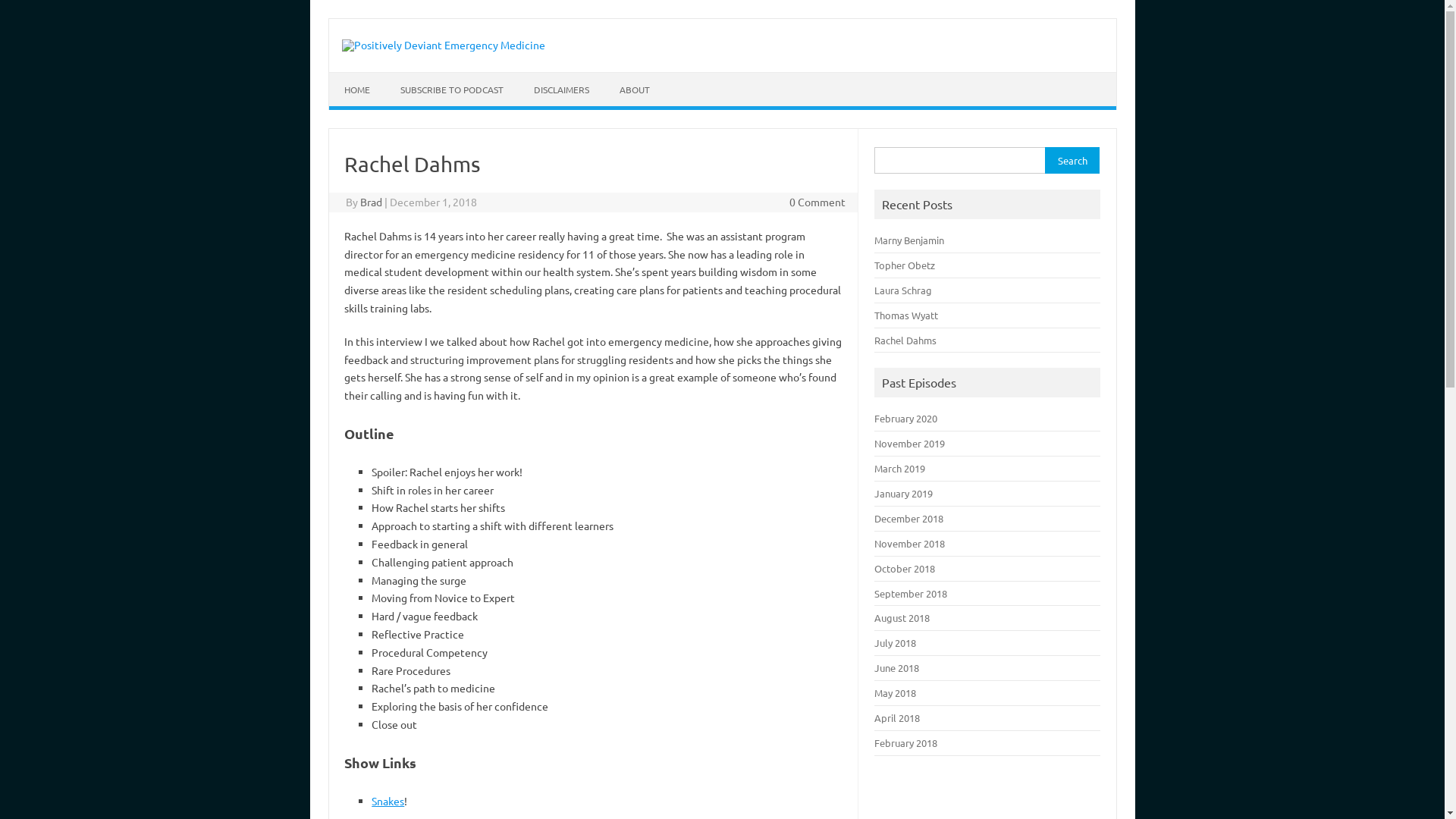  What do you see at coordinates (903, 493) in the screenshot?
I see `'January 2019'` at bounding box center [903, 493].